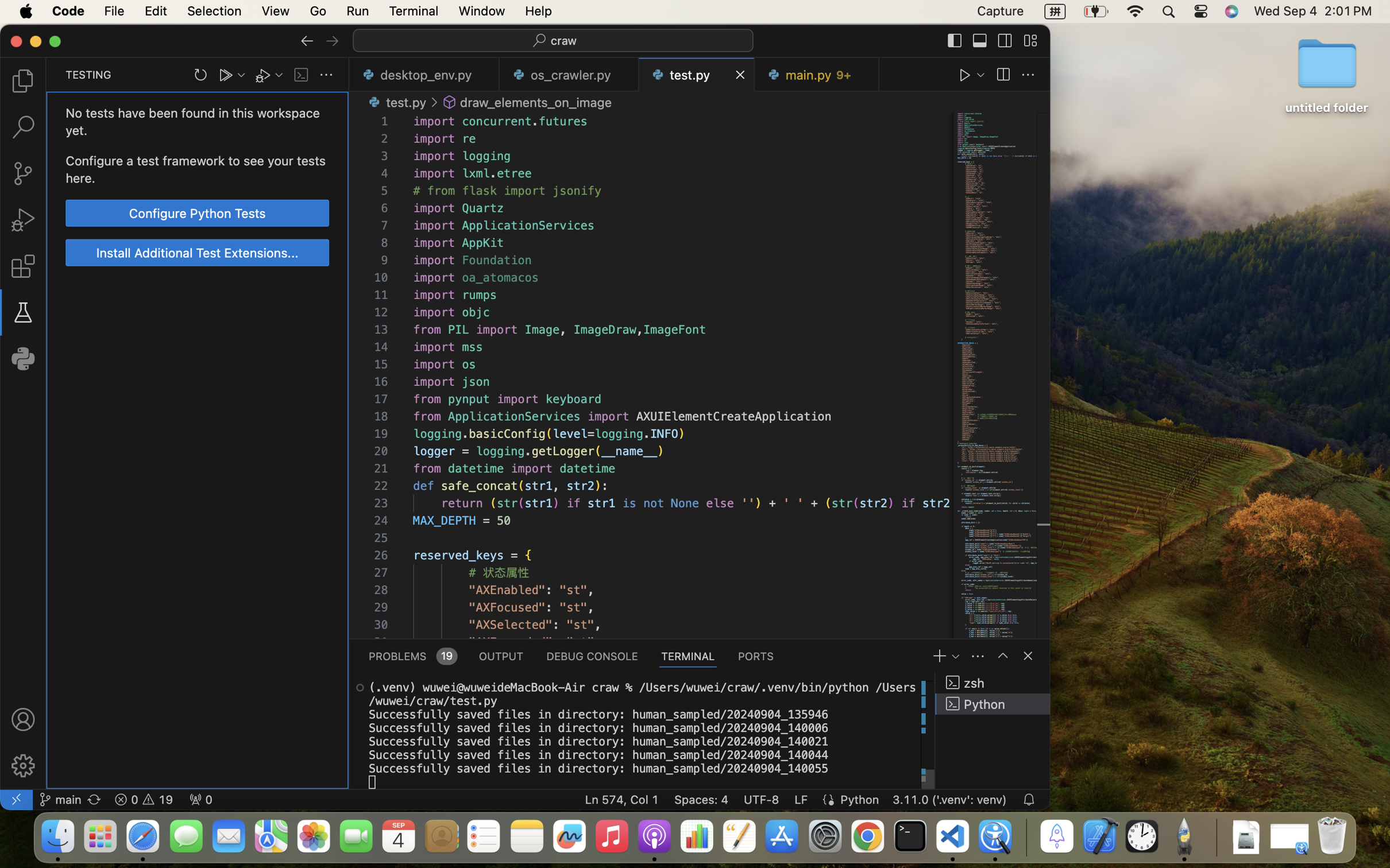  Describe the element at coordinates (993, 703) in the screenshot. I see `'Python '` at that location.